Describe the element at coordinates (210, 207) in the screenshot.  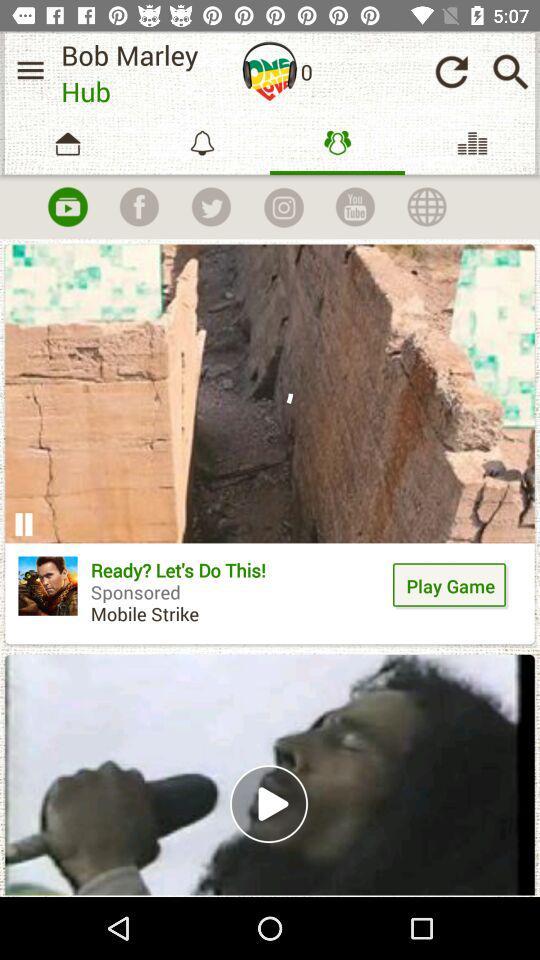
I see `twitter button` at that location.